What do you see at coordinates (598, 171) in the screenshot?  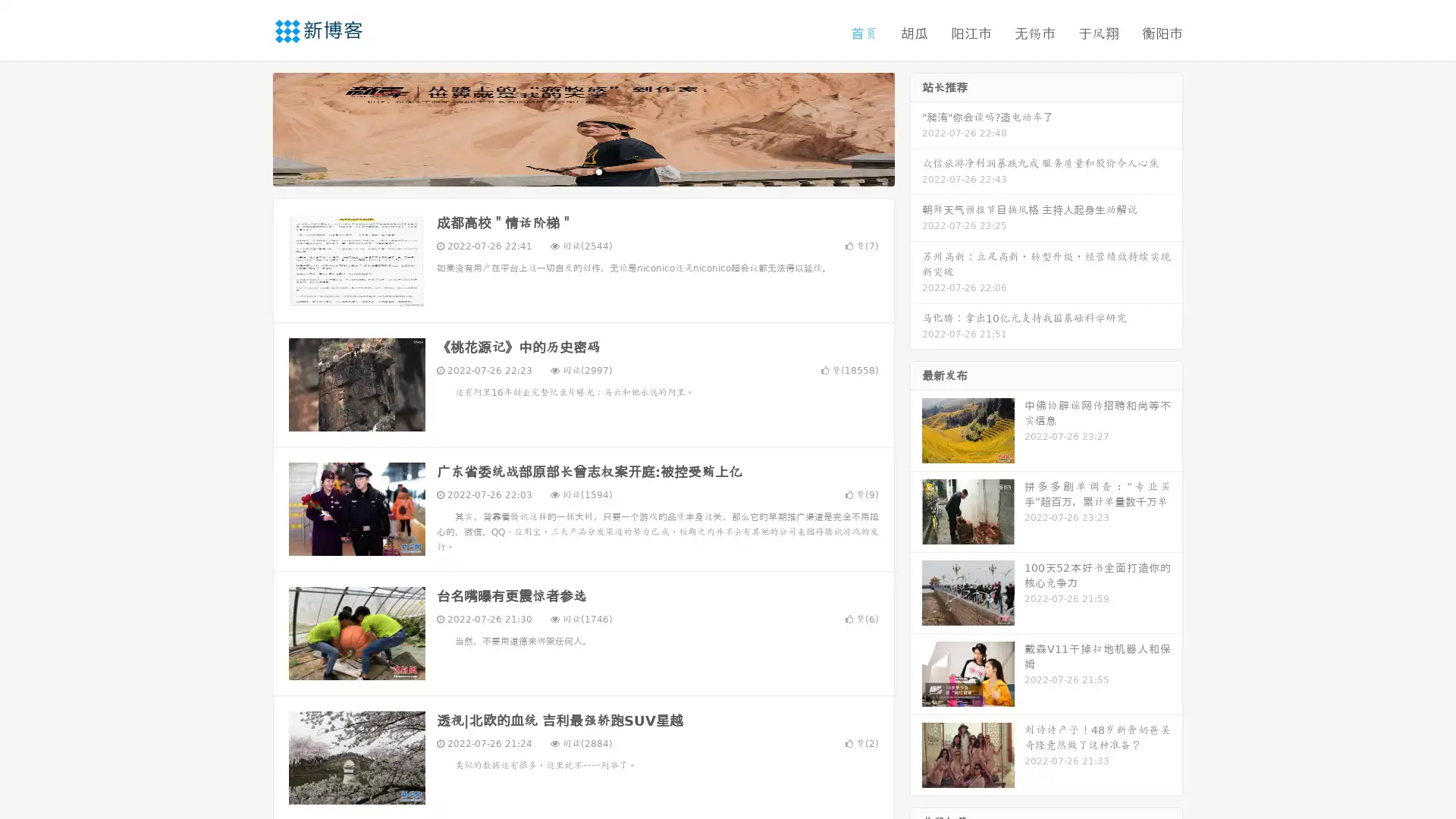 I see `Go to slide 3` at bounding box center [598, 171].